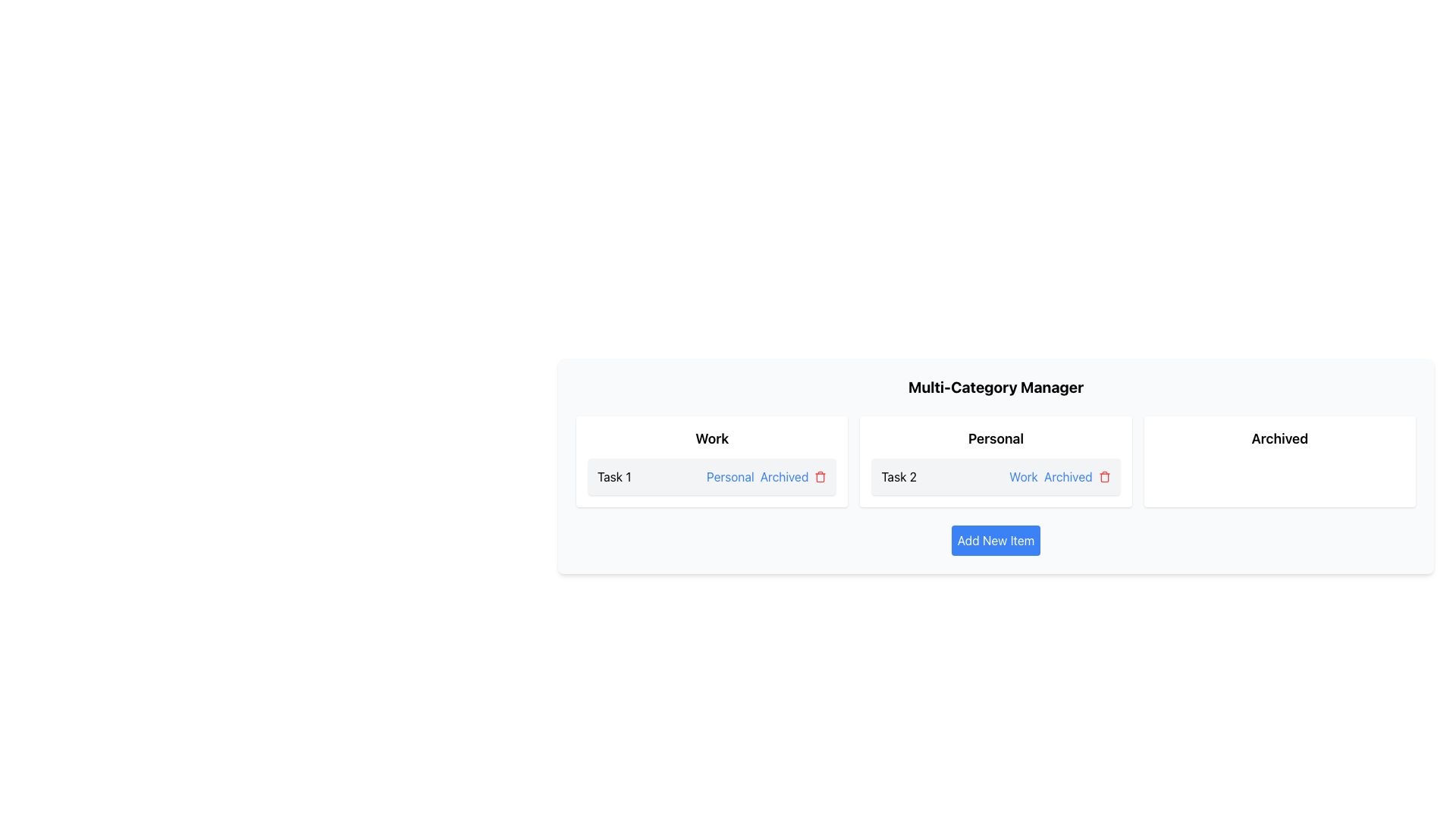 The width and height of the screenshot is (1456, 819). Describe the element at coordinates (1066, 475) in the screenshot. I see `the second hyperlink labeled 'Archived', which is styled in blue and underlined when hovered` at that location.